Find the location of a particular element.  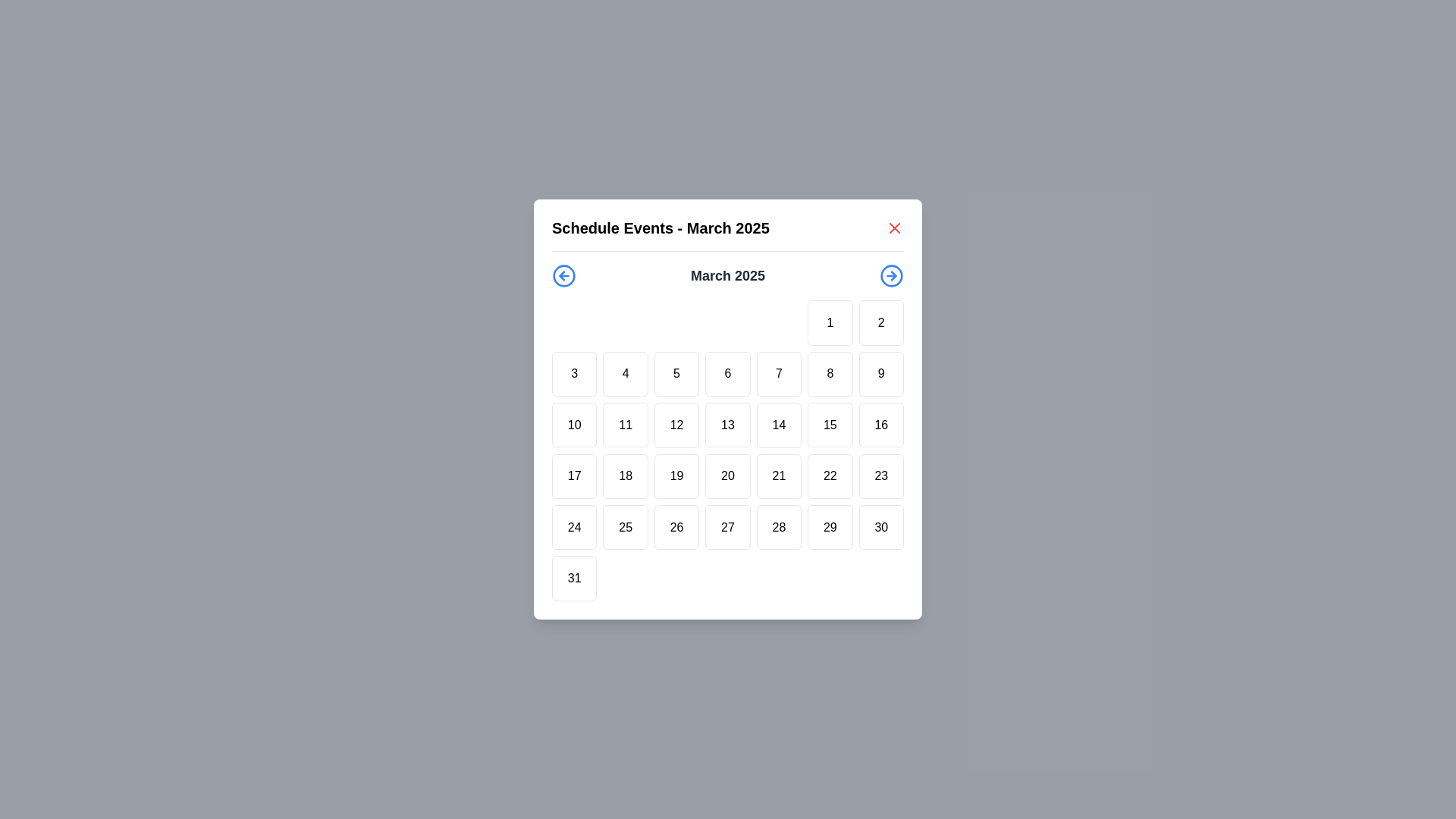

the square button with a white background and the number '17' in bold black text, located in the middle row, fifth column of the calendar view for March 2025 is located at coordinates (573, 475).